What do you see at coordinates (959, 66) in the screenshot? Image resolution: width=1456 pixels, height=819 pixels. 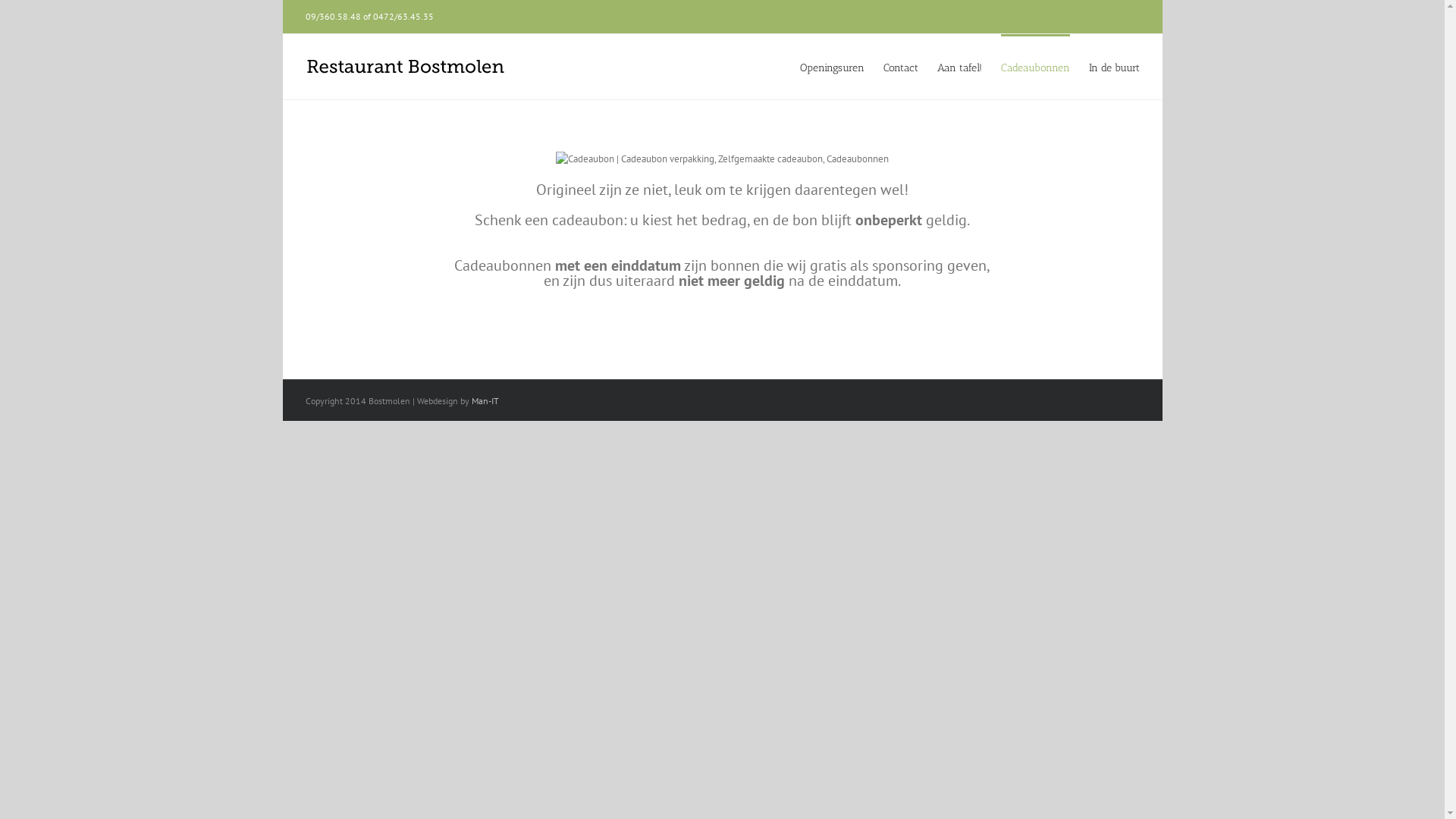 I see `'Aan tafel!'` at bounding box center [959, 66].